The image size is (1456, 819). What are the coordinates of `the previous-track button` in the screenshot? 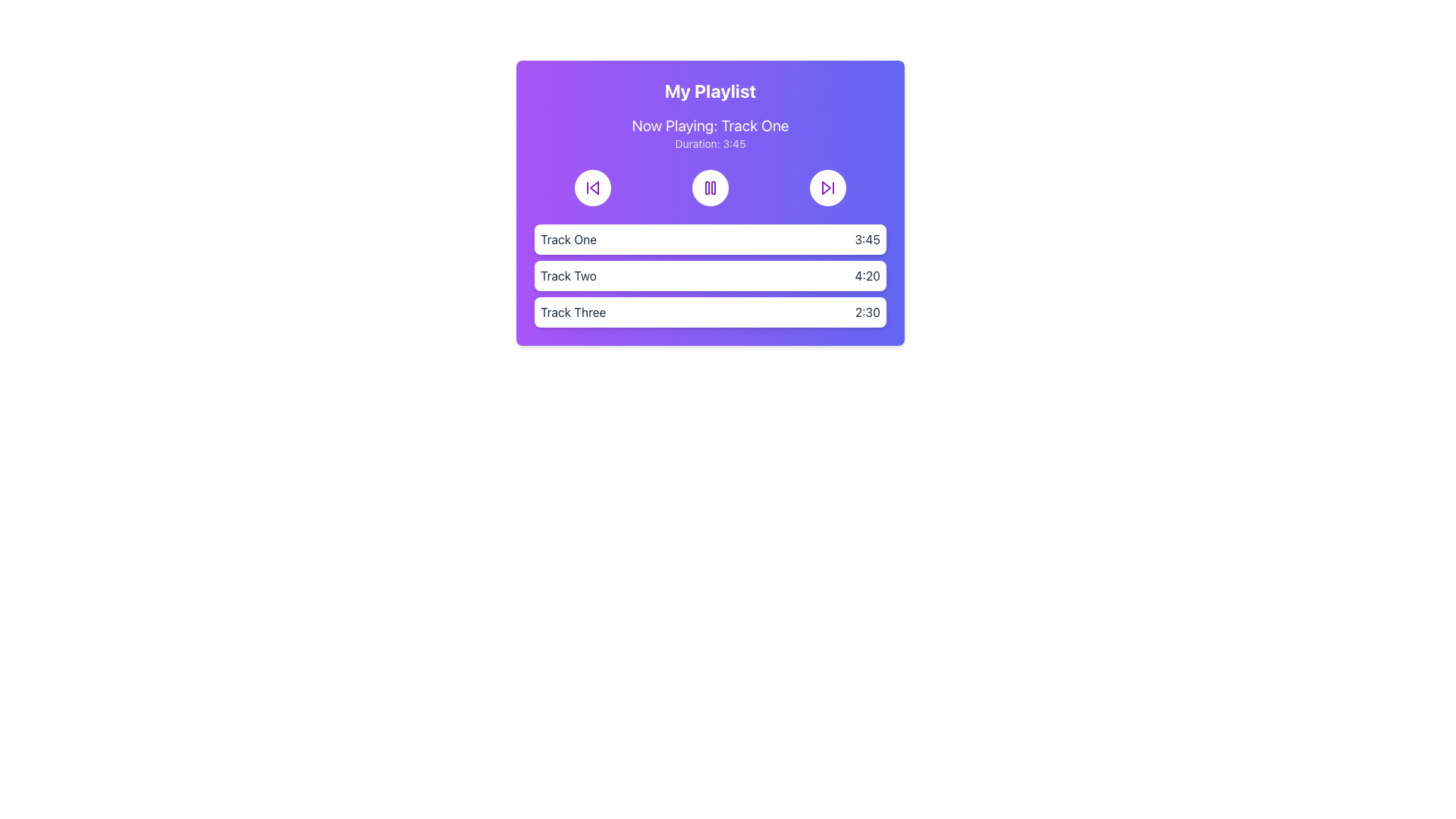 It's located at (592, 187).